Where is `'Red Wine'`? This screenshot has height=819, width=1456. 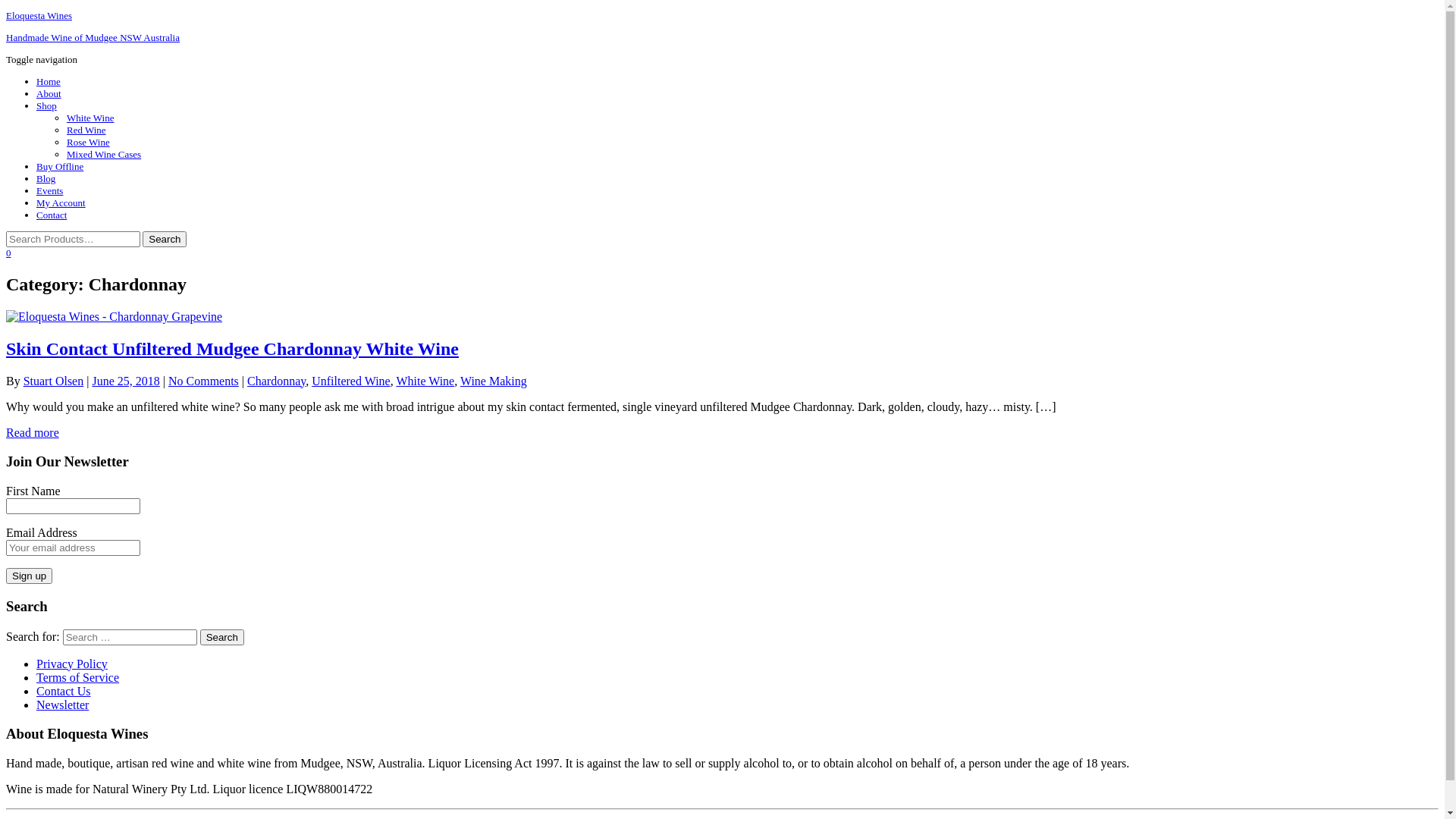
'Red Wine' is located at coordinates (86, 129).